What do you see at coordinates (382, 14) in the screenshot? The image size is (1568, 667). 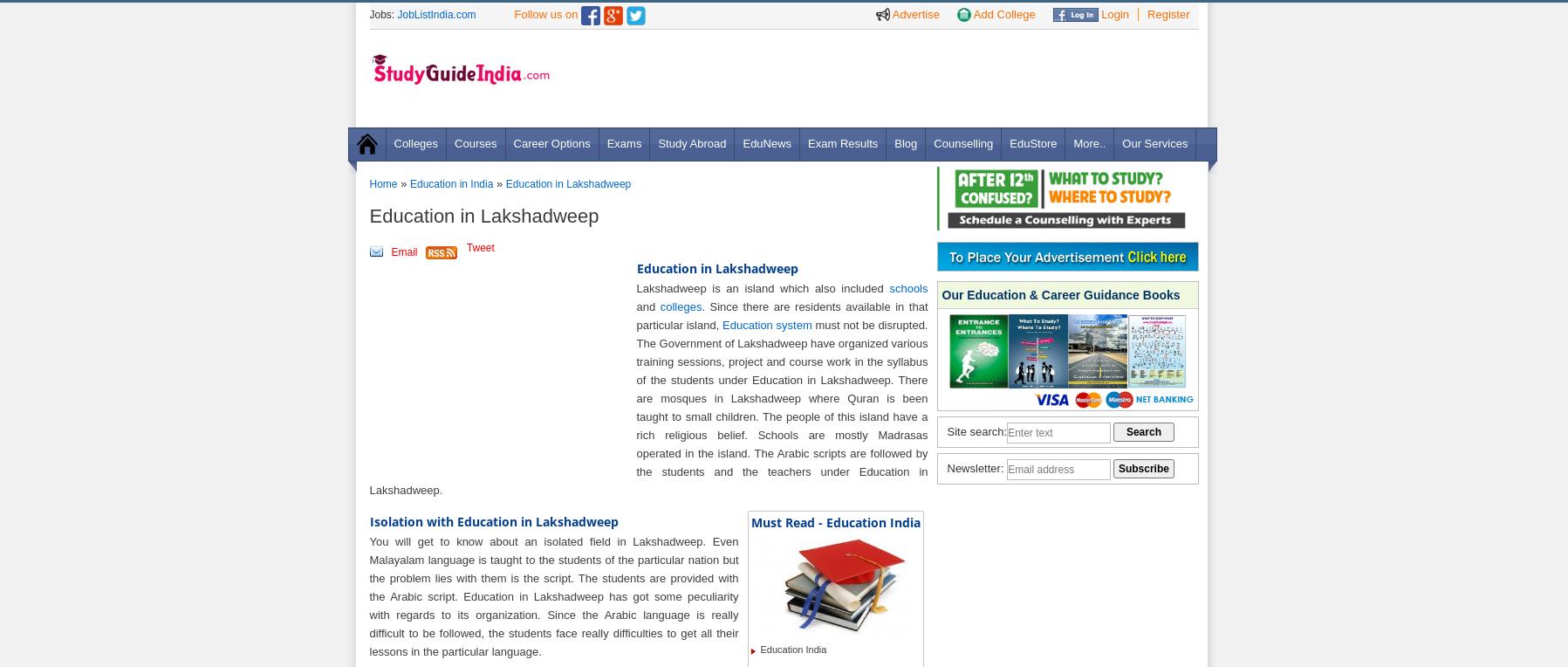 I see `'Jobs:'` at bounding box center [382, 14].